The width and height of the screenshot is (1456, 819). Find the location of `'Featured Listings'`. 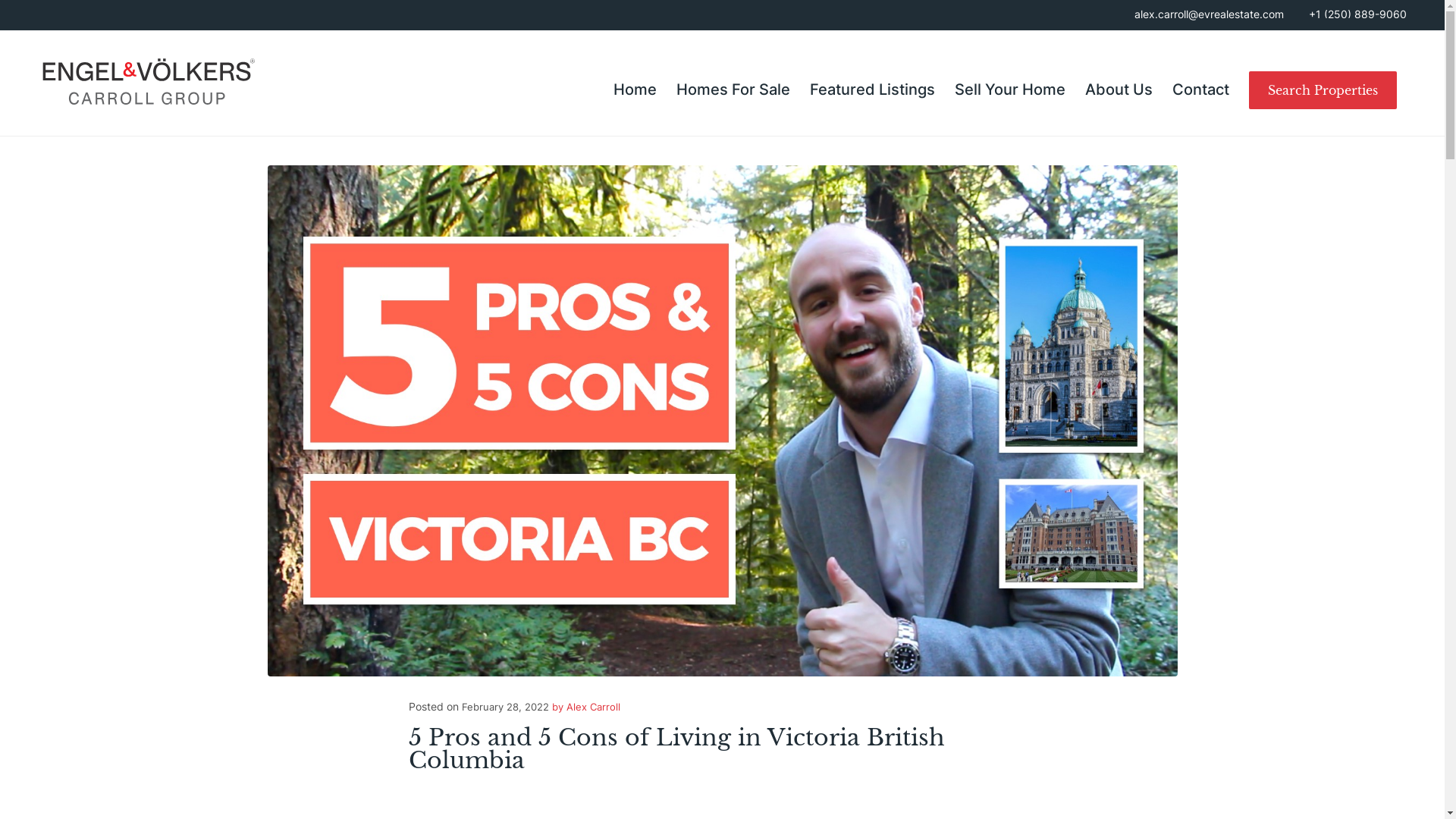

'Featured Listings' is located at coordinates (799, 89).